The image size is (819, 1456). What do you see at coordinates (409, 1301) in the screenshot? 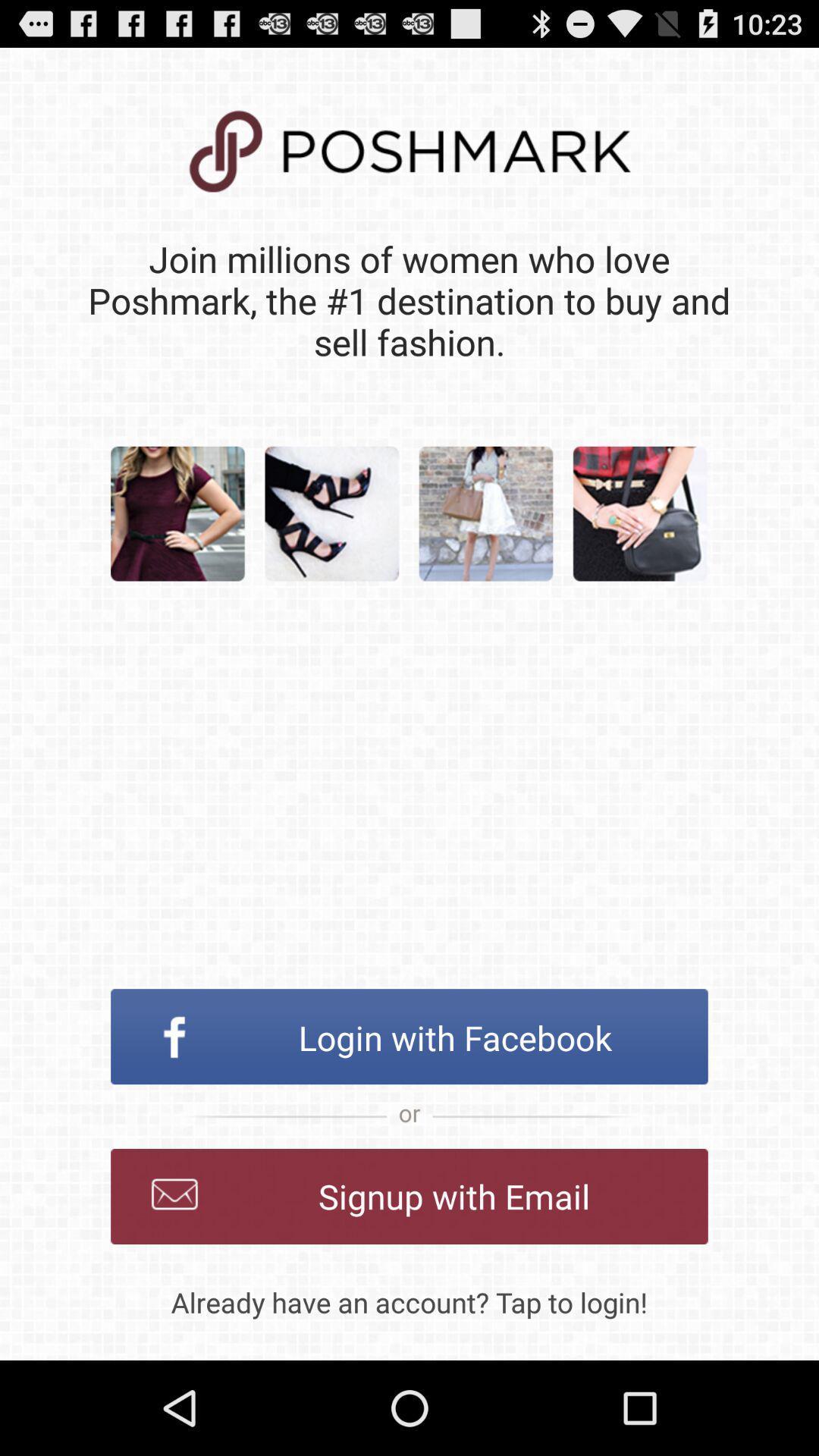
I see `the item below the signup with email icon` at bounding box center [409, 1301].